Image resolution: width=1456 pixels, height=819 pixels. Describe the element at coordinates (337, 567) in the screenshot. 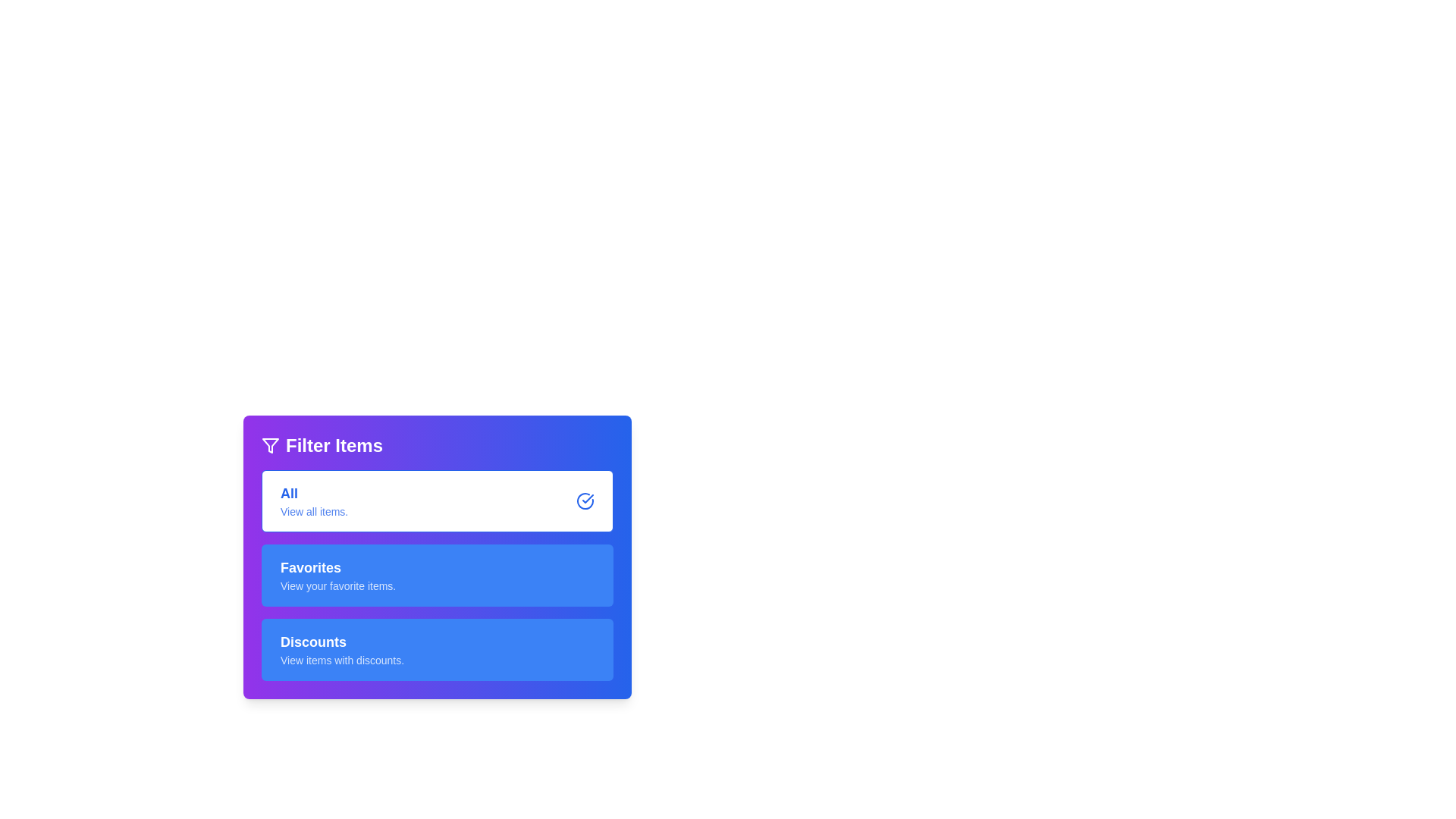

I see `the 'Favorites' section header text, which is a bold label indicating the user's favorite items, located in the middle of the blue sidebar between 'All' and 'Discounts'` at that location.